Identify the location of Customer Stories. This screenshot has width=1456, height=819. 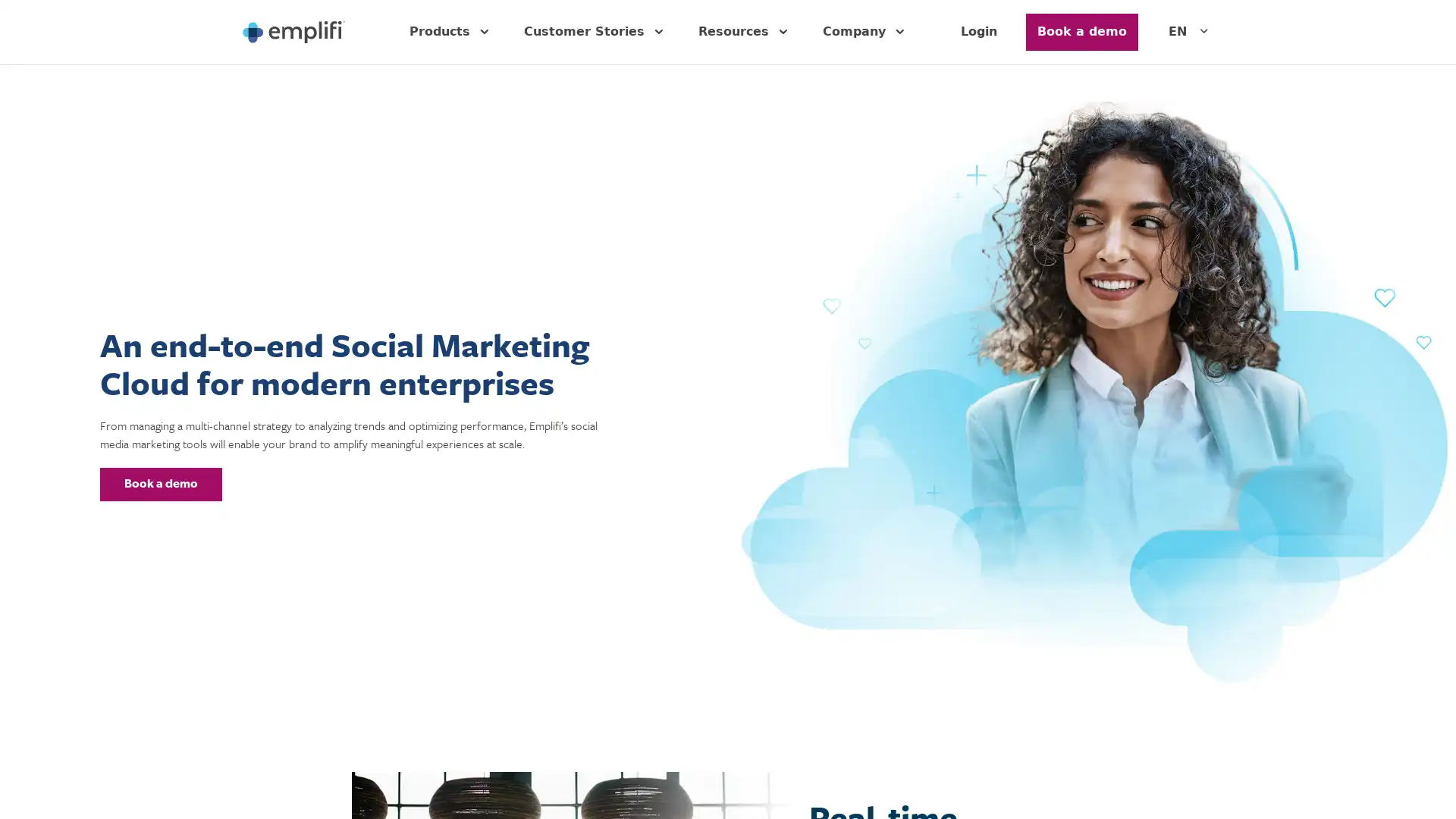
(595, 32).